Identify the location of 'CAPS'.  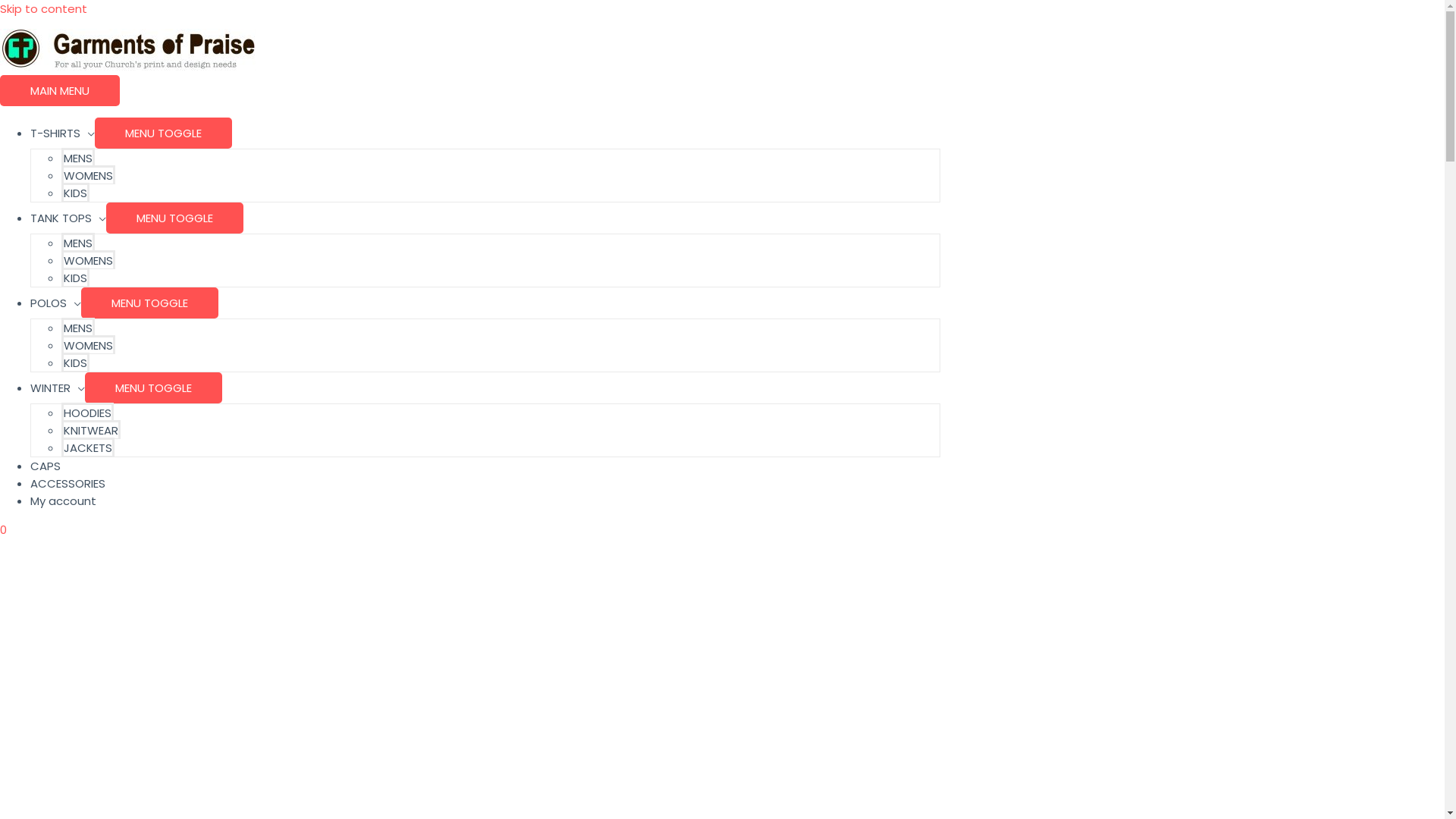
(45, 465).